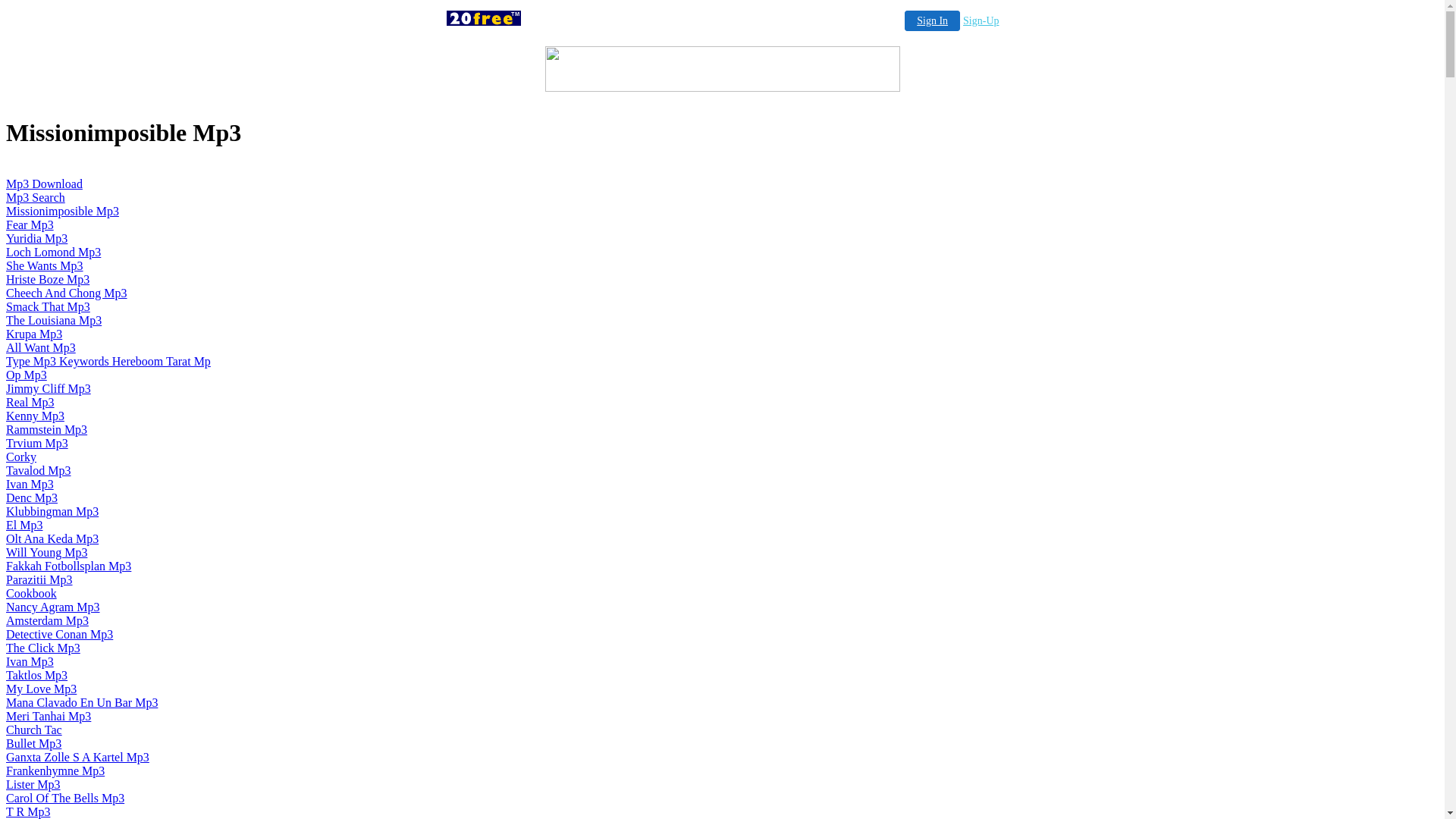 Image resolution: width=1456 pixels, height=819 pixels. Describe the element at coordinates (33, 333) in the screenshot. I see `'Krupa Mp3'` at that location.